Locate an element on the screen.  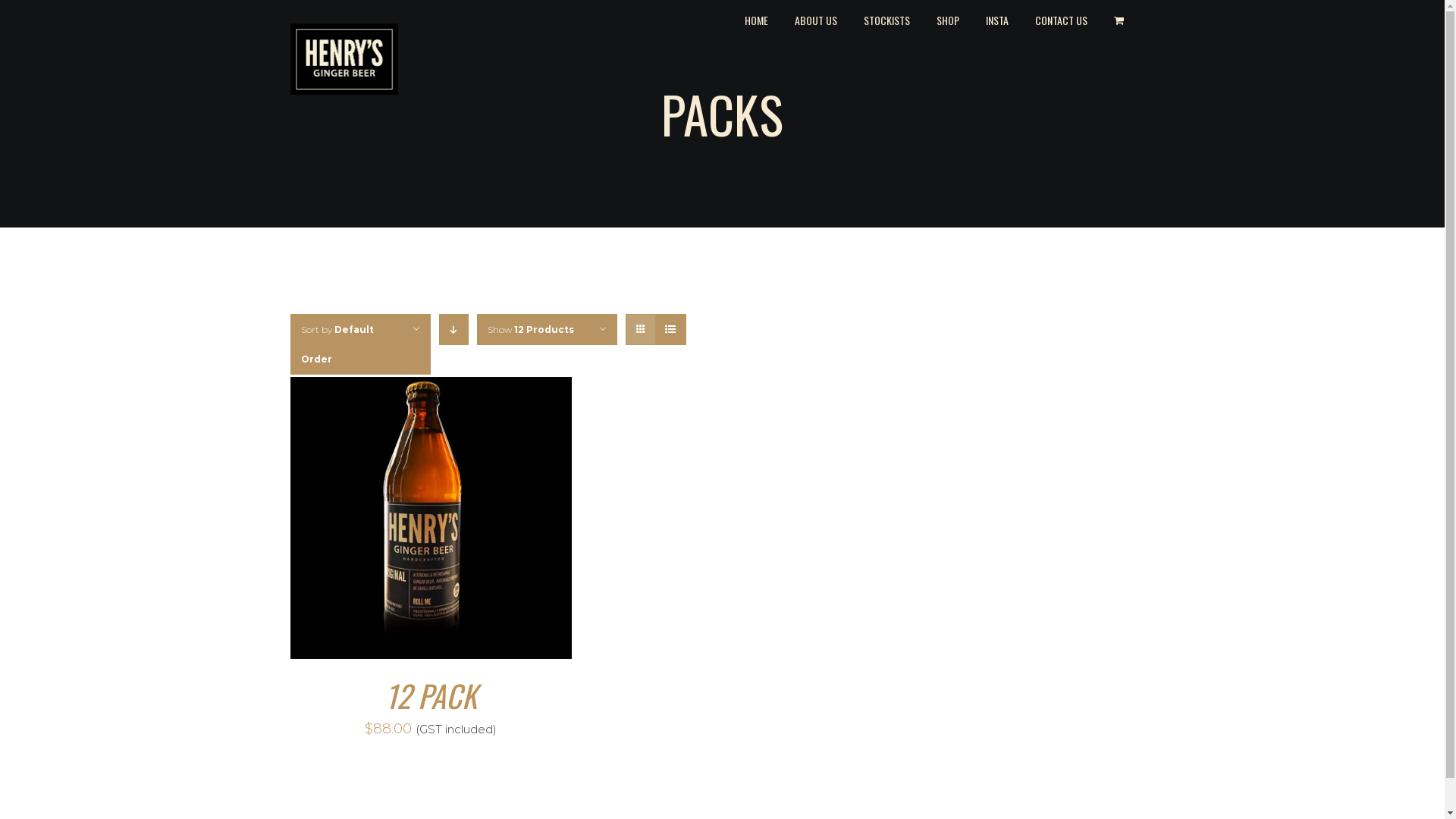
'FIND A STOCKIST' is located at coordinates (1018, 668).